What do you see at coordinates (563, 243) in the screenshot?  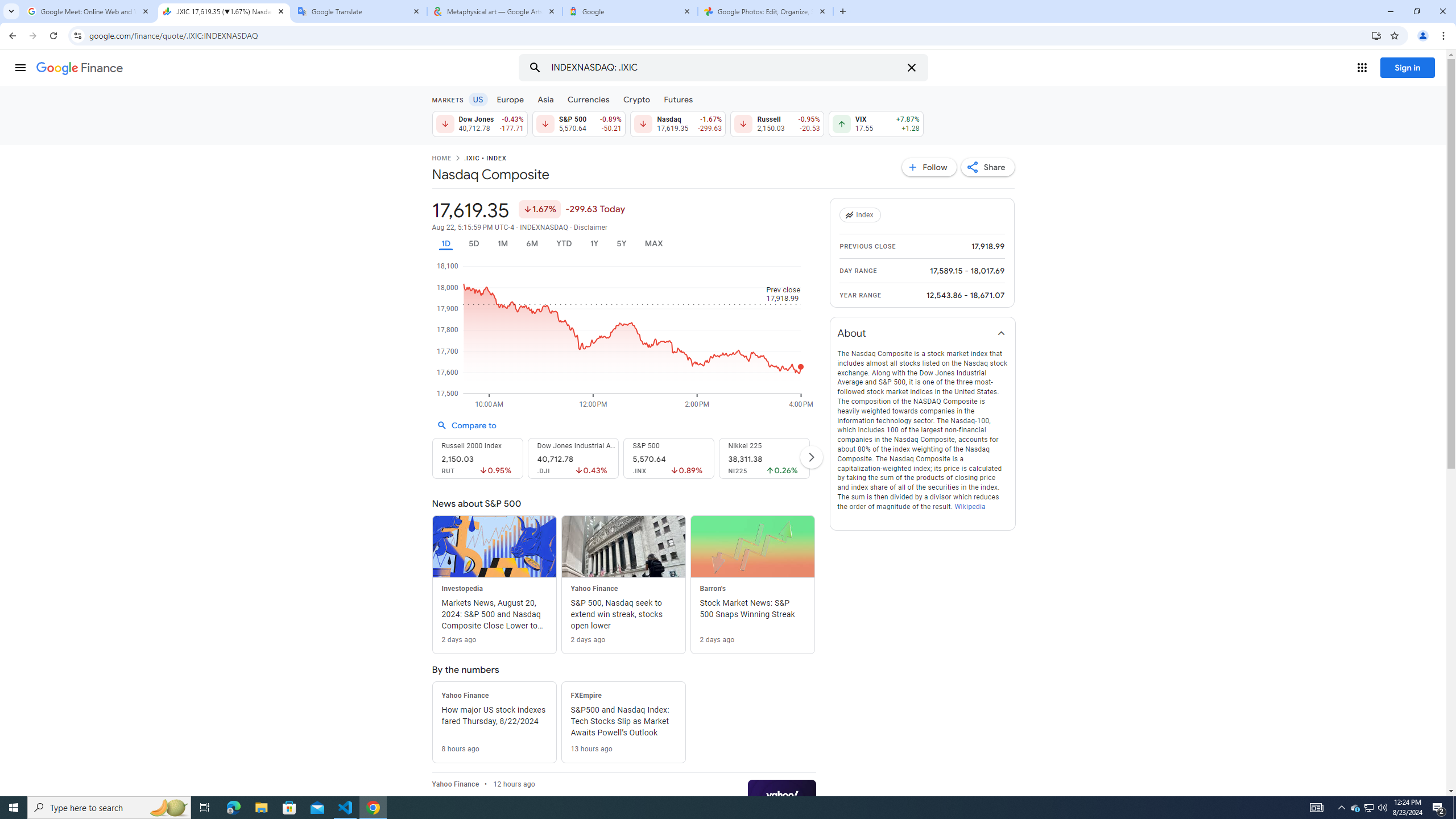 I see `'YTD'` at bounding box center [563, 243].